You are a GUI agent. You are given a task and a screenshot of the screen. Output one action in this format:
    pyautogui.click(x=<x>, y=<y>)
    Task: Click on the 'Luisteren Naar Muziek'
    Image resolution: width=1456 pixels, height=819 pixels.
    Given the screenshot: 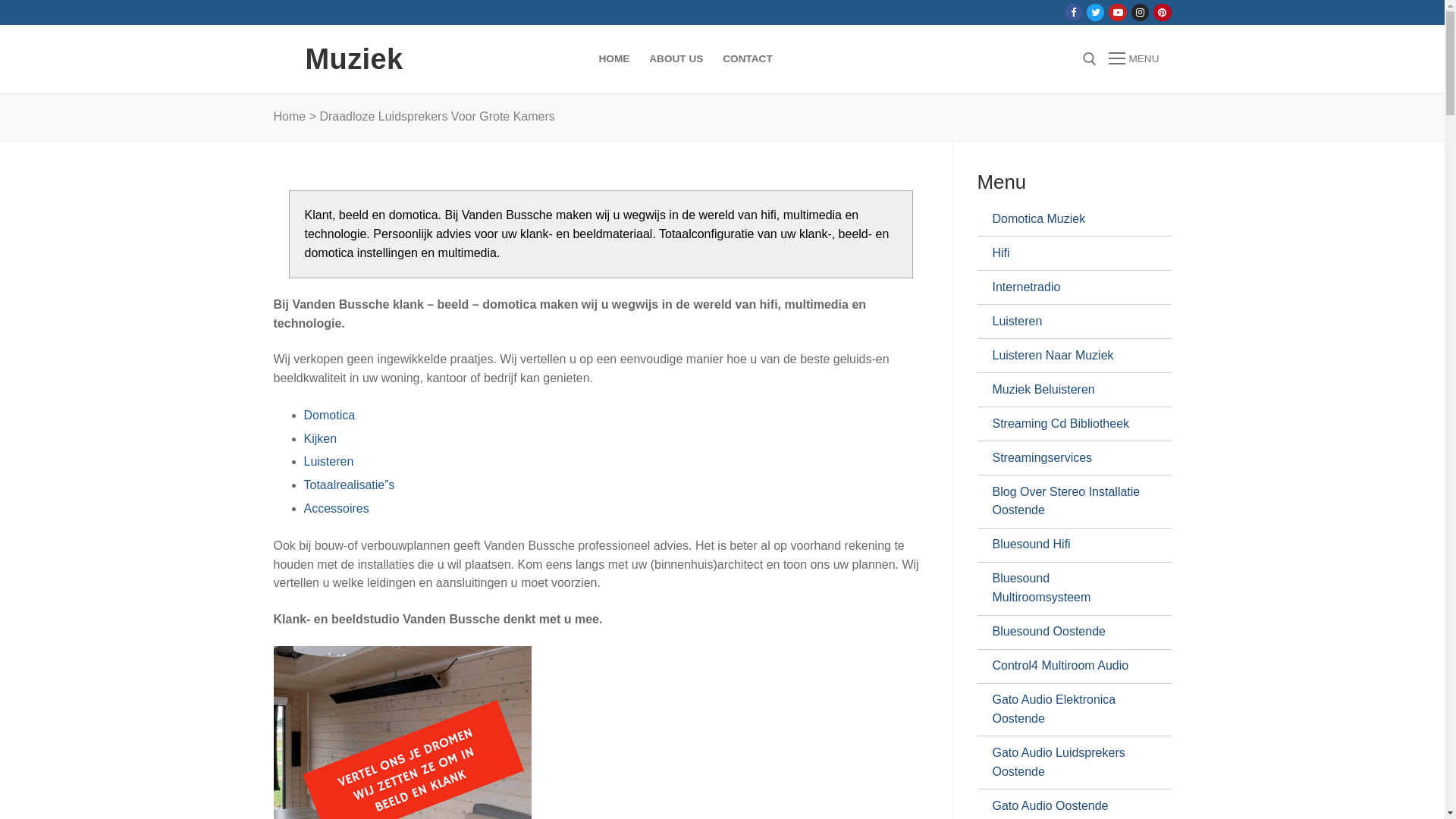 What is the action you would take?
    pyautogui.click(x=1066, y=356)
    